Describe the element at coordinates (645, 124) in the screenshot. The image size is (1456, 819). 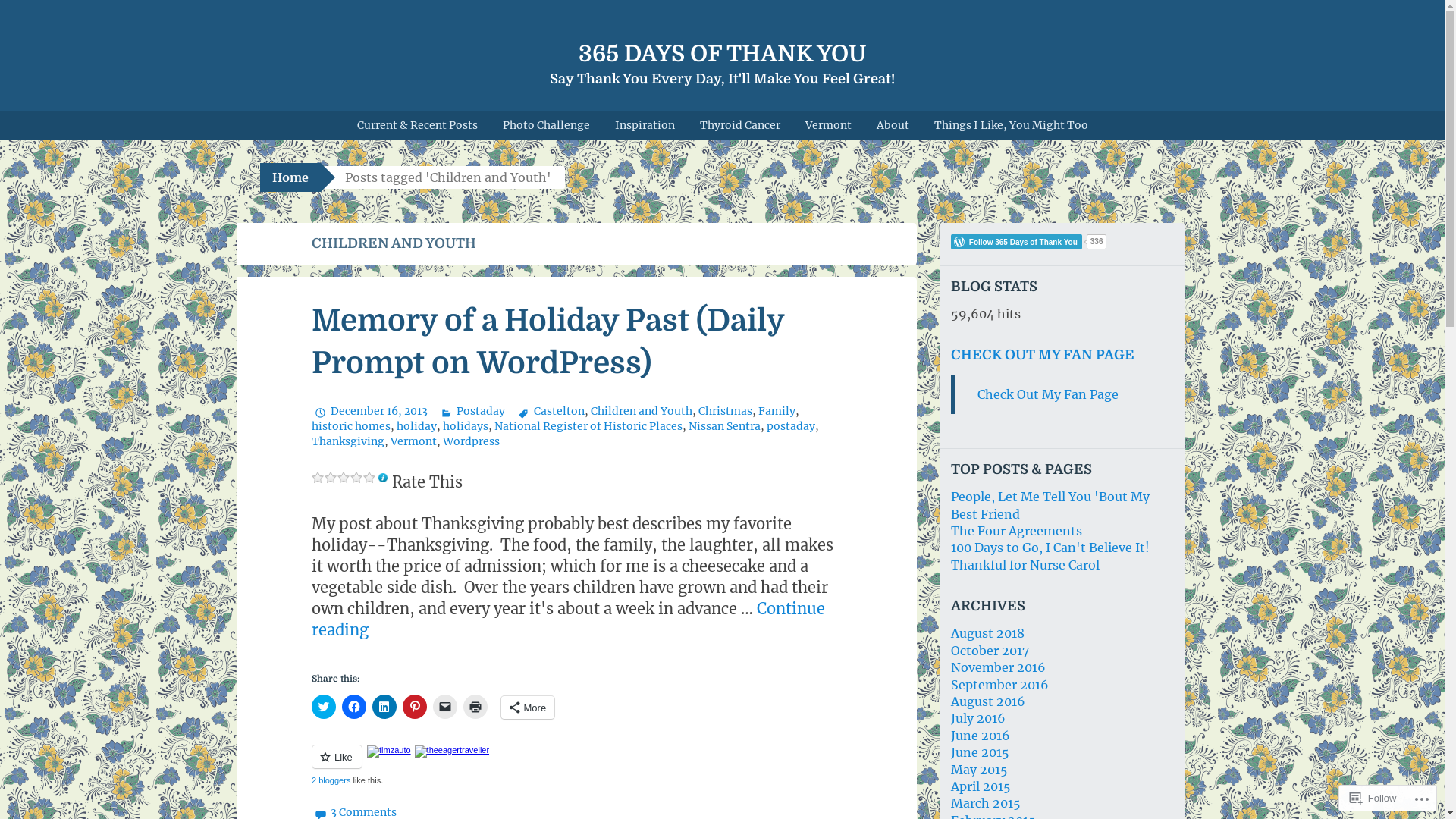
I see `'Inspiration'` at that location.